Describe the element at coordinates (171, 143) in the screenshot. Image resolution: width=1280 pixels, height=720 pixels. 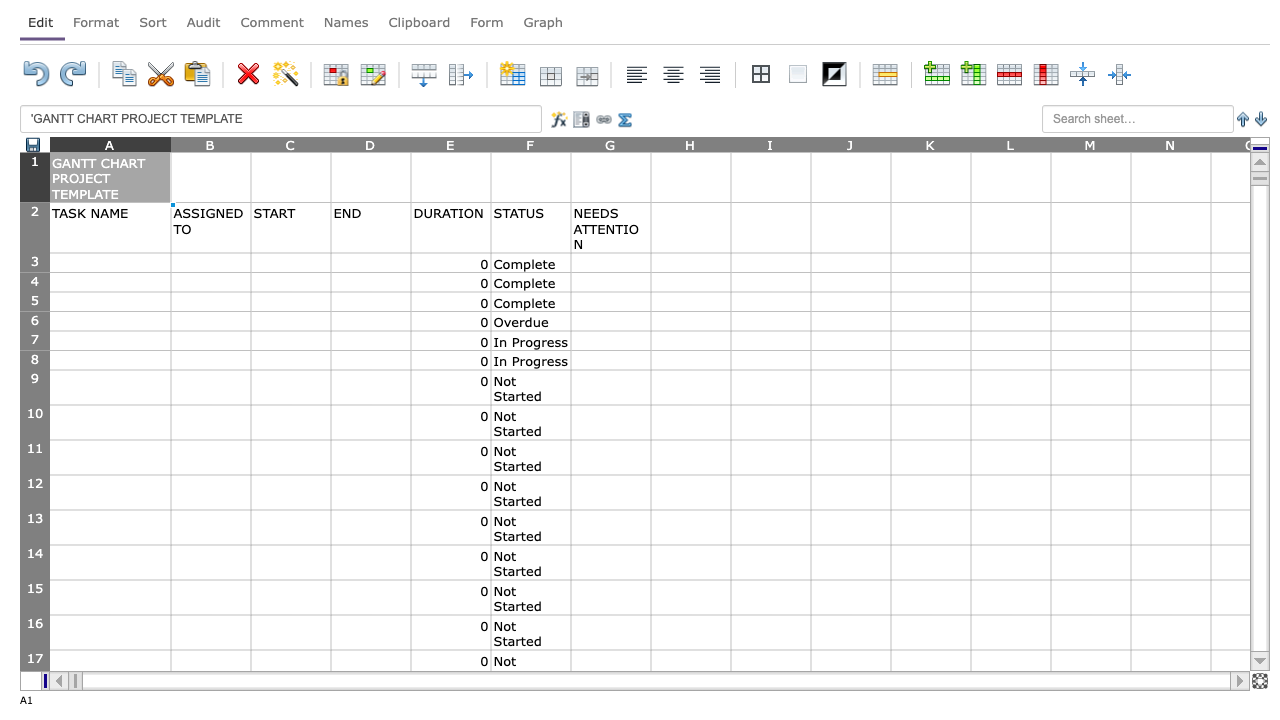
I see `the right edge of column A, for next step resizing the column` at that location.